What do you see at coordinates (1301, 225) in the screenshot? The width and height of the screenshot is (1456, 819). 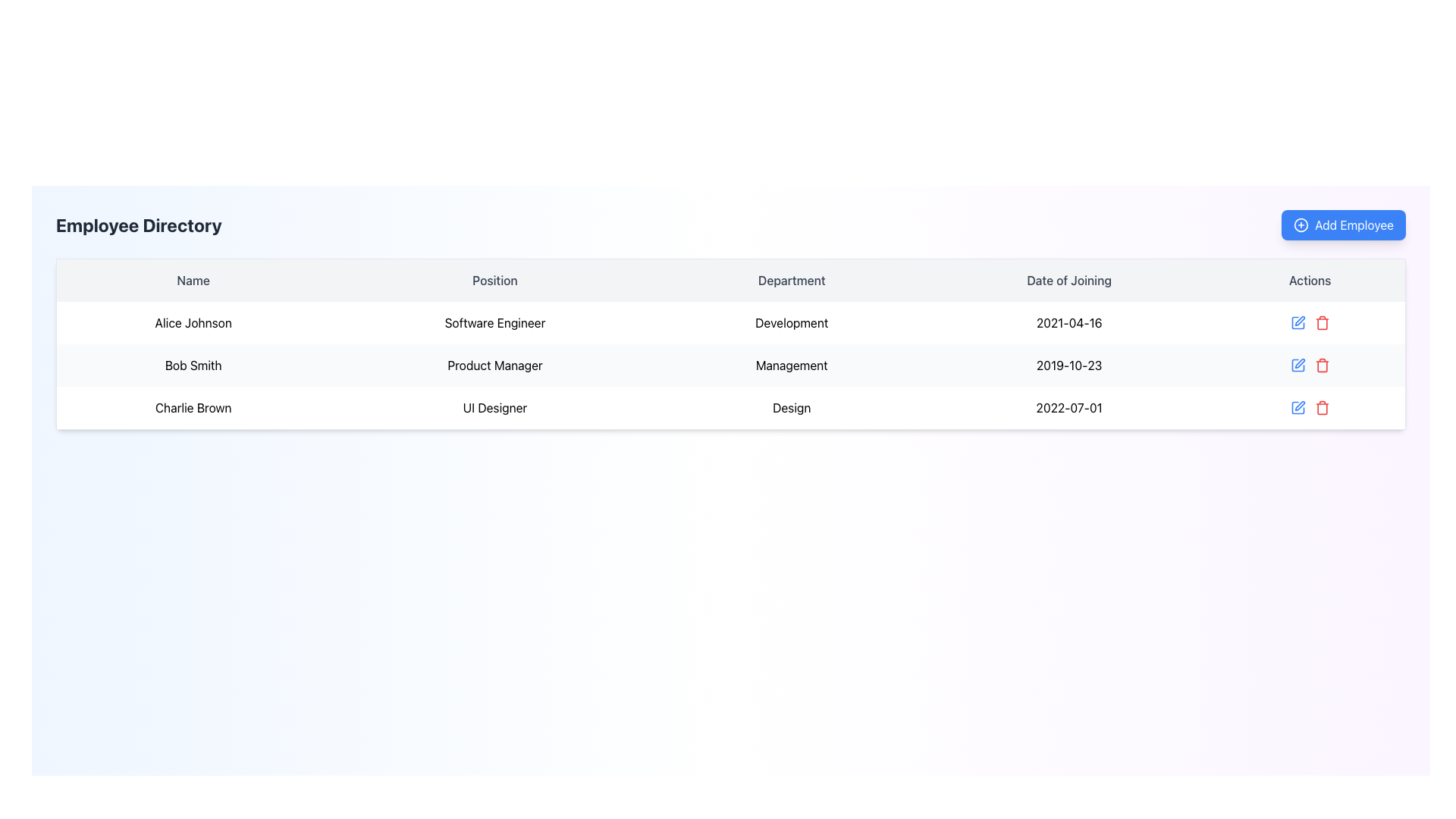 I see `the icon within the blue 'Add Employee' button located at the top-right corner of the interface to initiate the action of adding a new employee` at bounding box center [1301, 225].